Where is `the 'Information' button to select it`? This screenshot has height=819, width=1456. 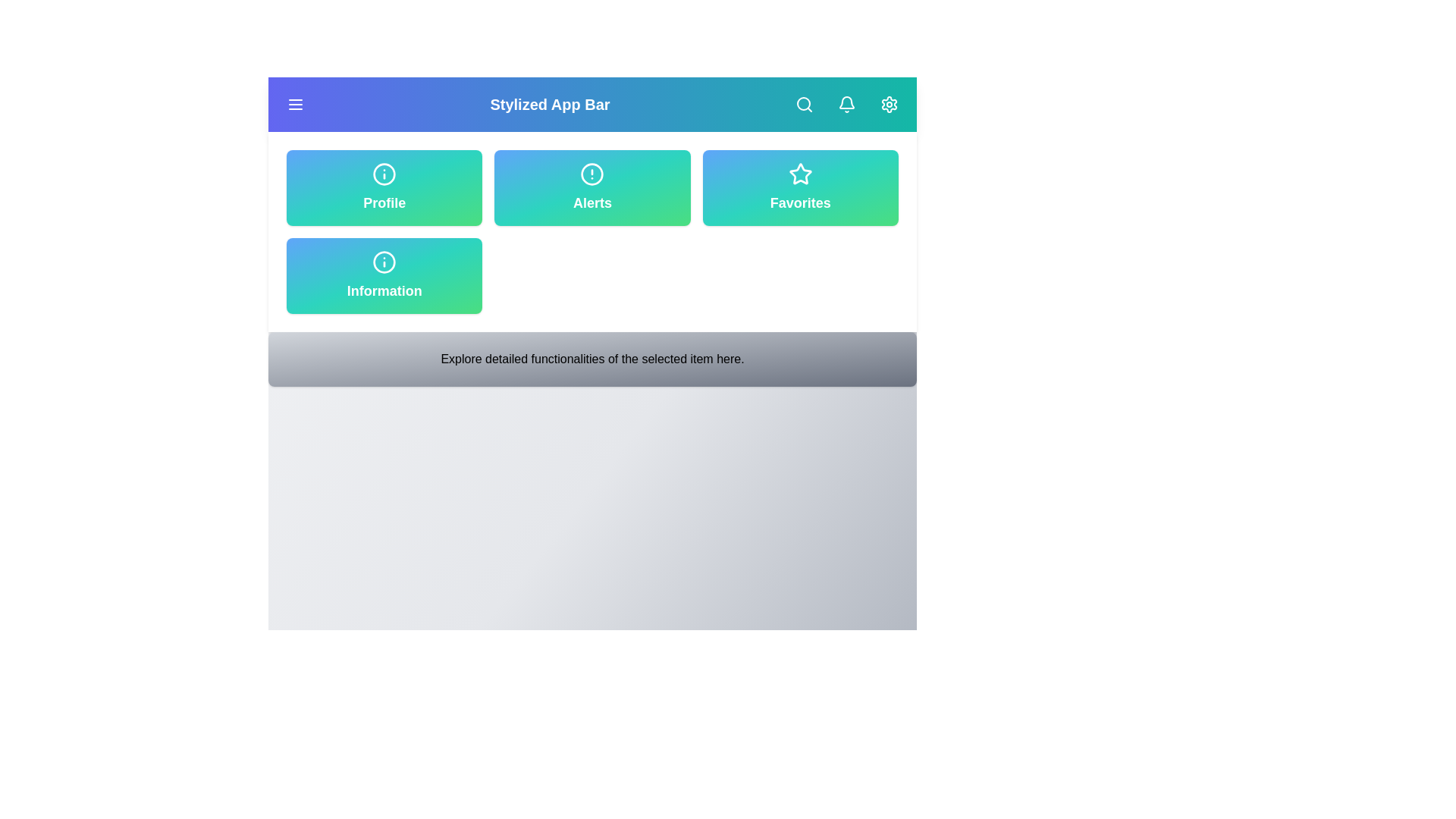
the 'Information' button to select it is located at coordinates (384, 275).